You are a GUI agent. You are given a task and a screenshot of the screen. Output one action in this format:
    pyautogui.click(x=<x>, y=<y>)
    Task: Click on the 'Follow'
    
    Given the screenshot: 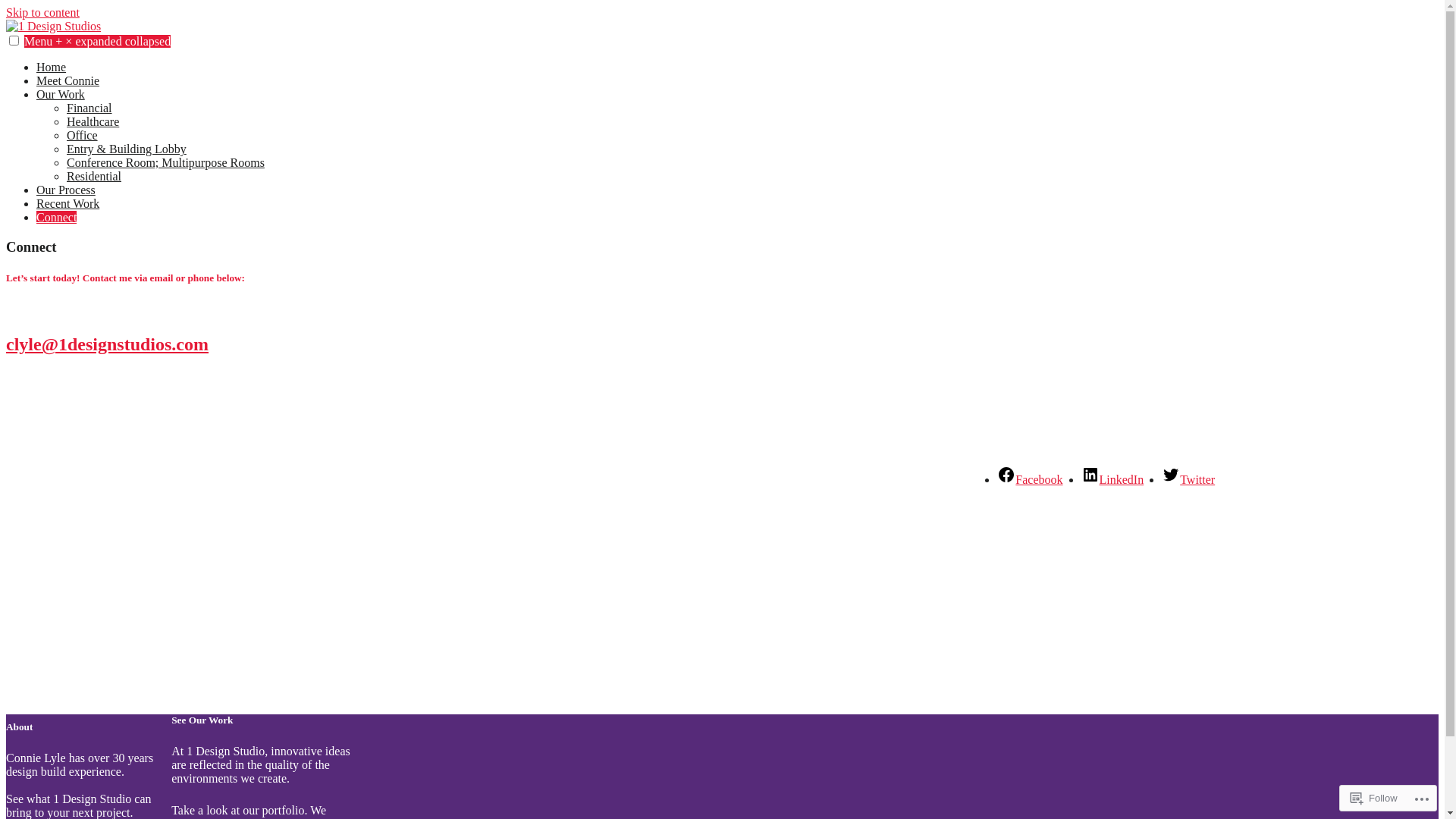 What is the action you would take?
    pyautogui.click(x=1344, y=797)
    